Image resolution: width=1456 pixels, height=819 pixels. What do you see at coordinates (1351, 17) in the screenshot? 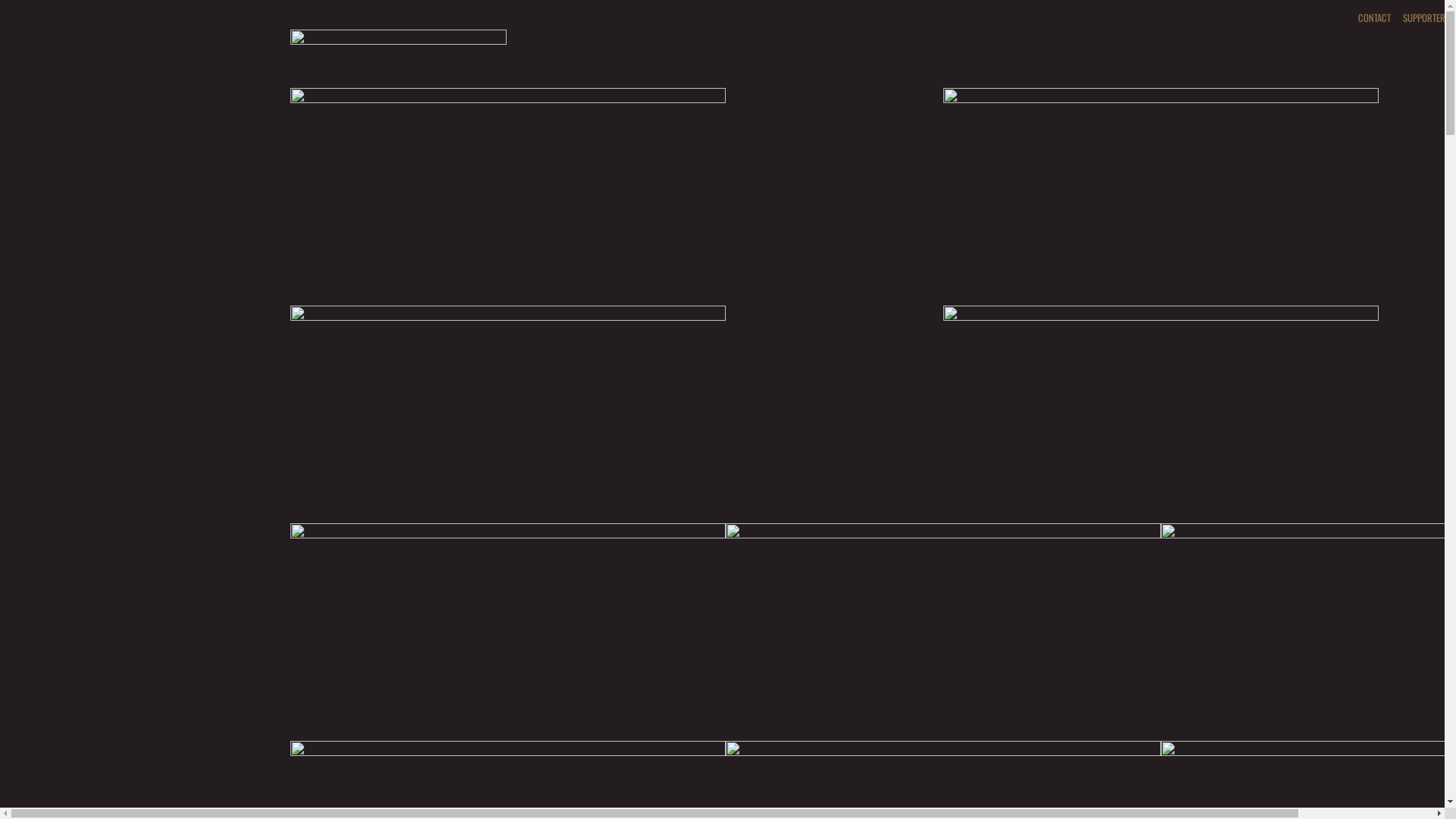
I see `'CONTACT'` at bounding box center [1351, 17].